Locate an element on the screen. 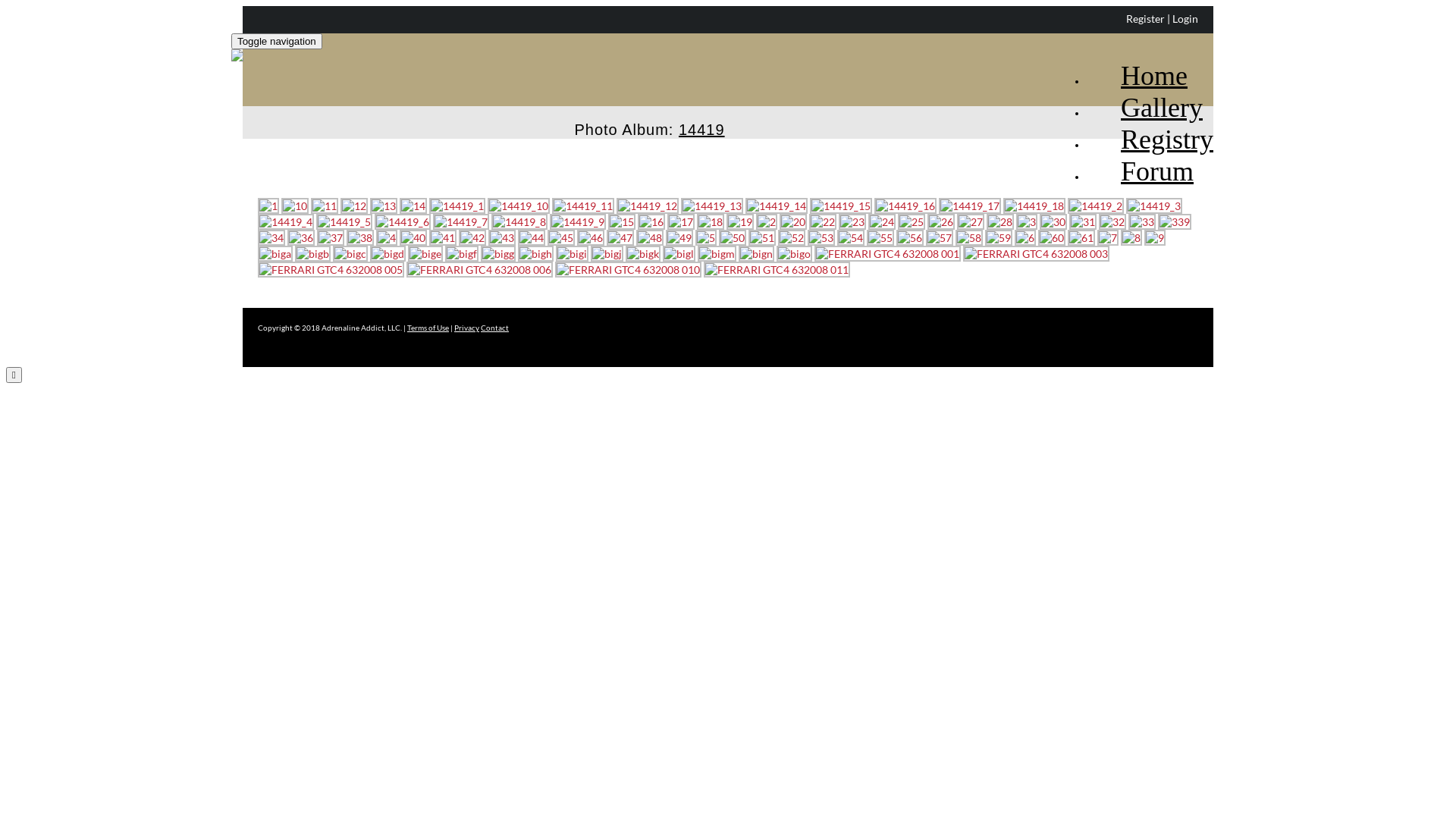  'Home' is located at coordinates (1137, 61).